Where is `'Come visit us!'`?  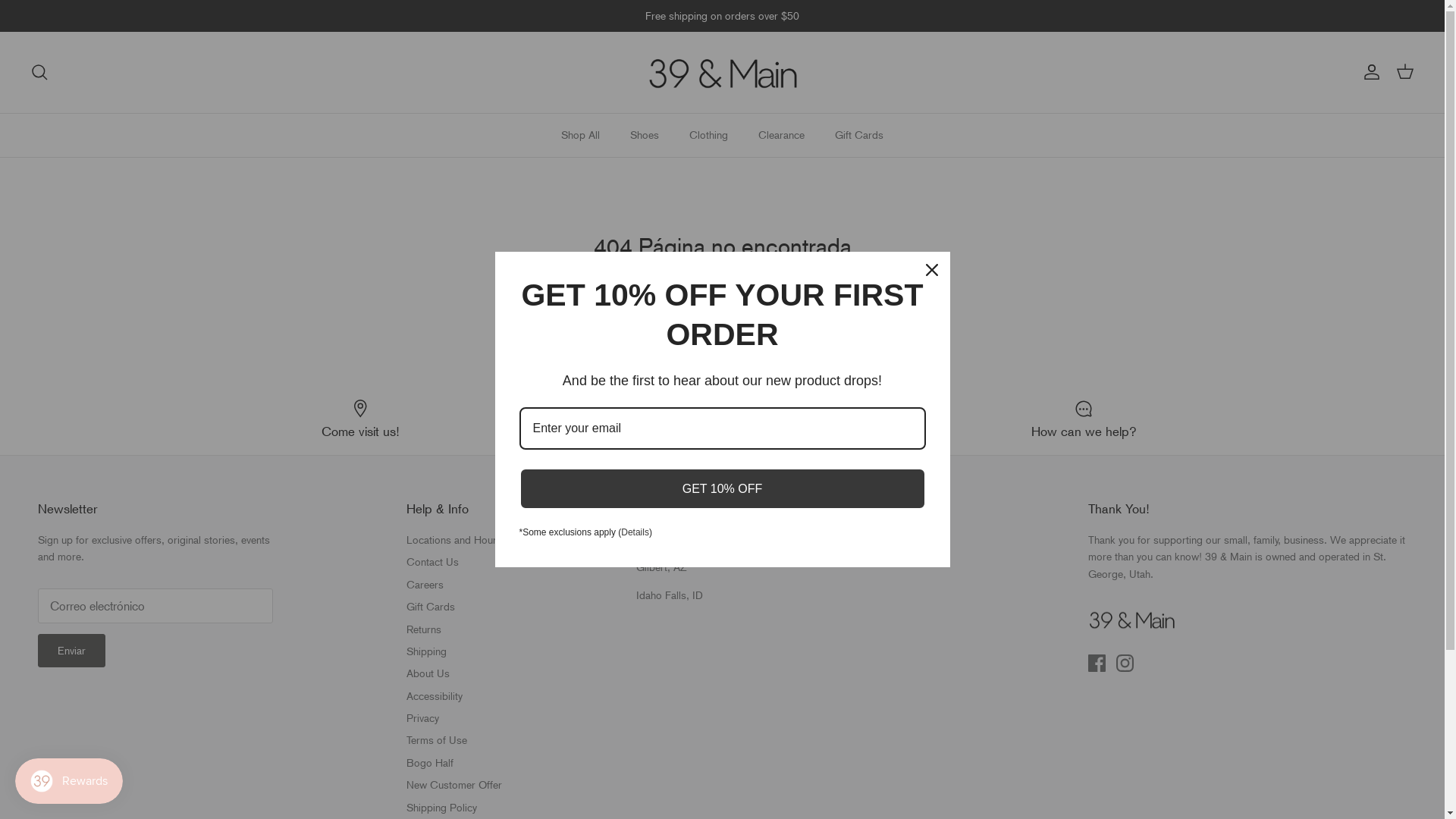 'Come visit us!' is located at coordinates (190, 419).